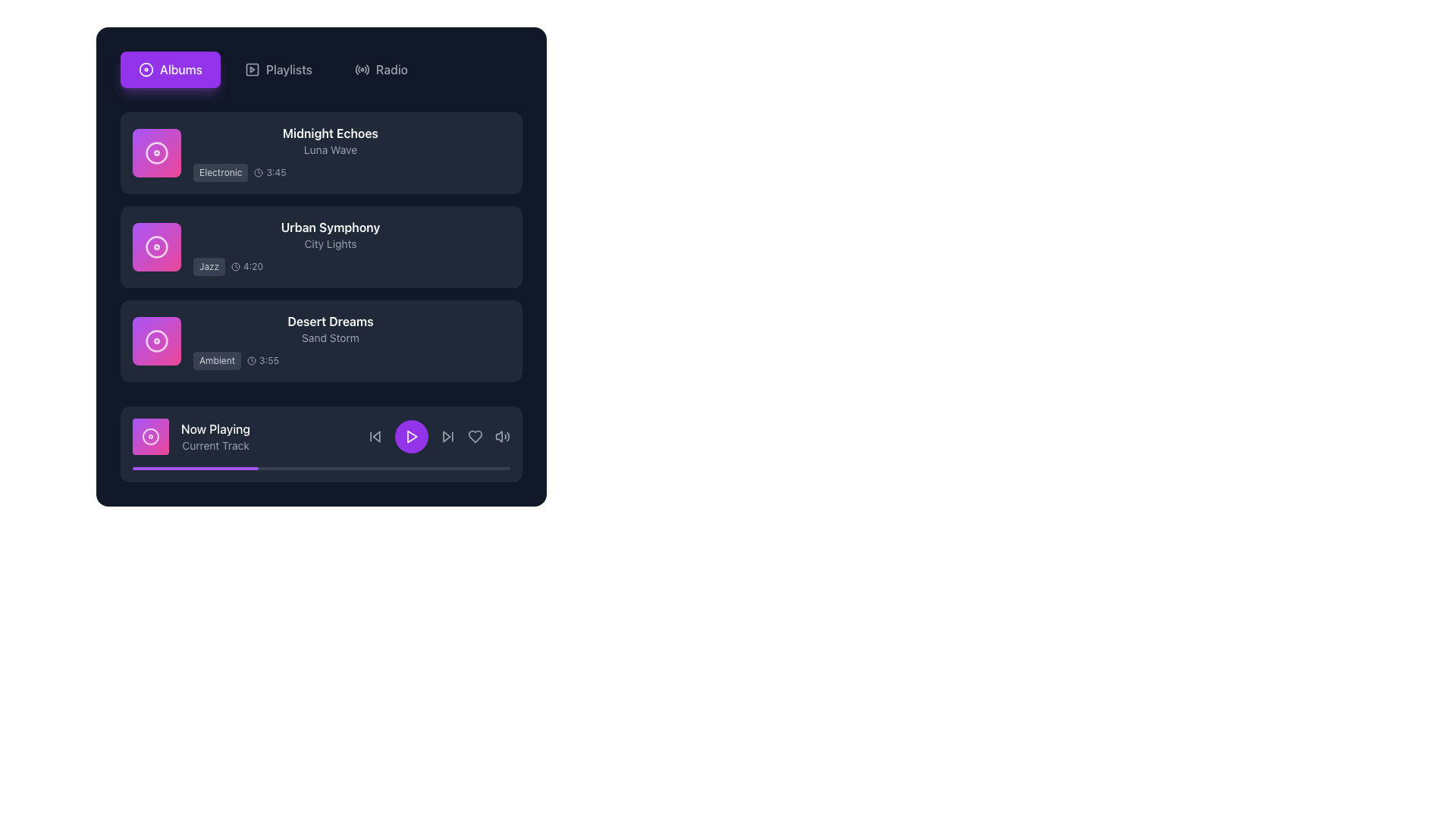 The width and height of the screenshot is (1456, 819). What do you see at coordinates (259, 171) in the screenshot?
I see `the circular graphical element that is part of the icon located to the left of the '3:45' text in the album track list for 'Midnight Echoes'` at bounding box center [259, 171].